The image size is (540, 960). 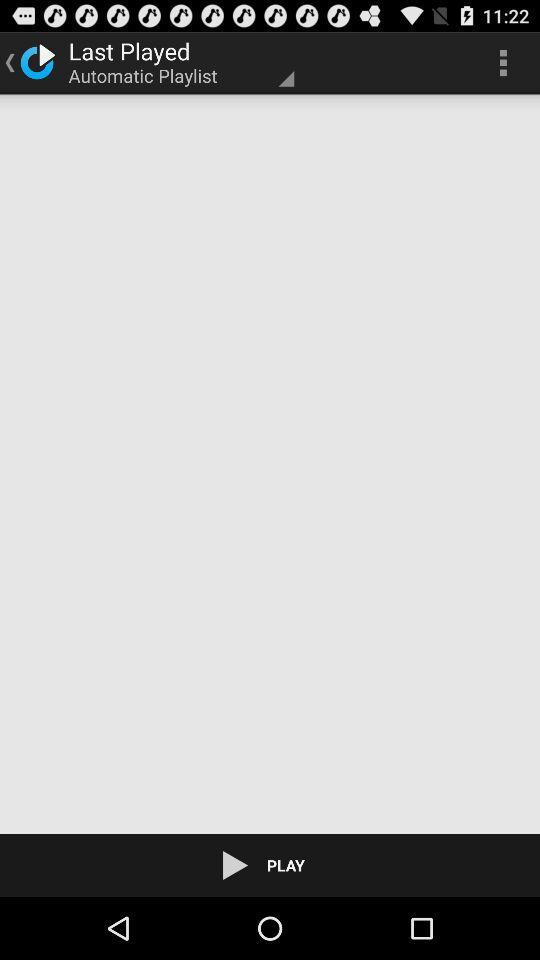 I want to click on the icon above the play, so click(x=270, y=464).